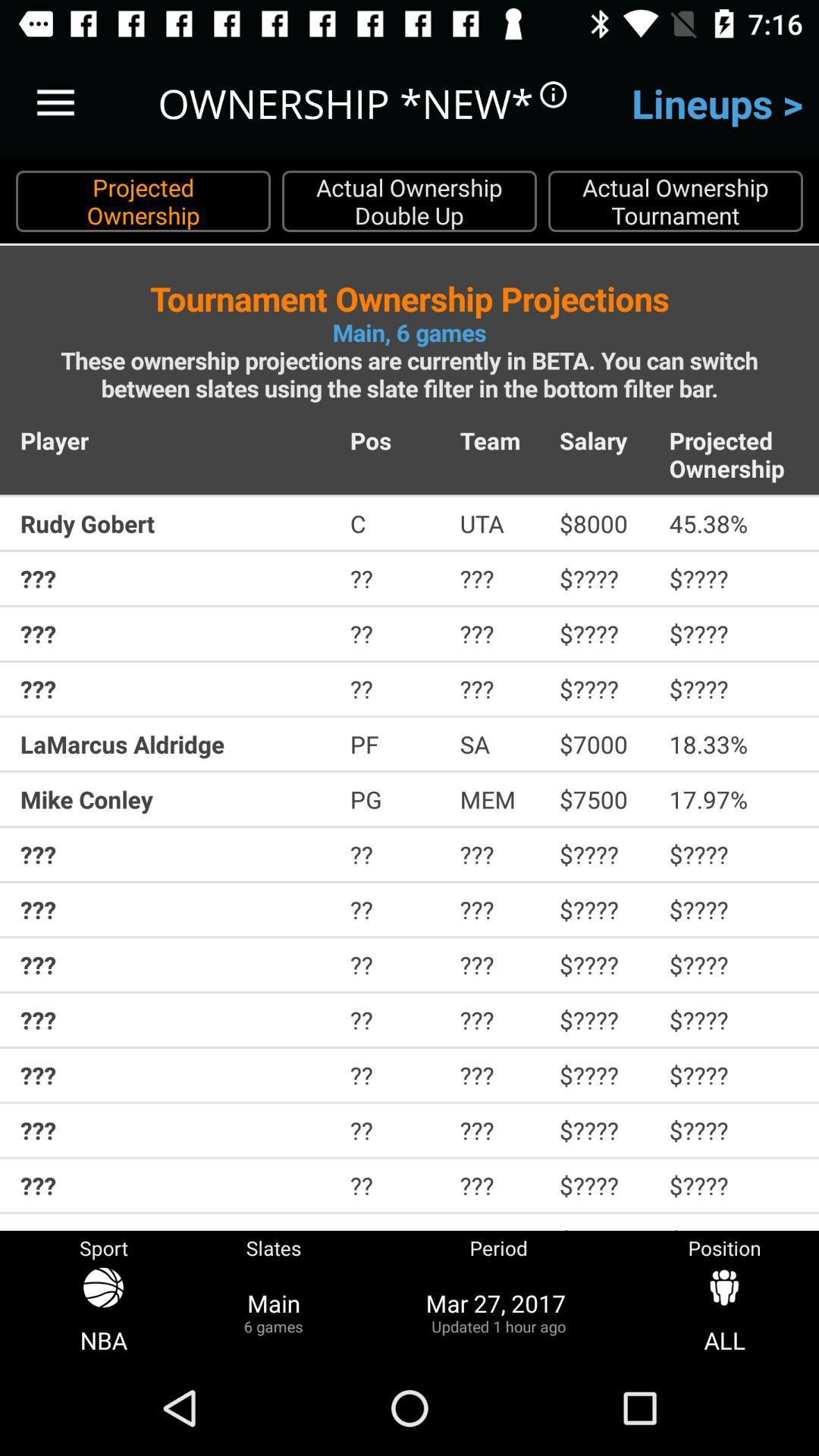  Describe the element at coordinates (174, 744) in the screenshot. I see `item above mike conley item` at that location.